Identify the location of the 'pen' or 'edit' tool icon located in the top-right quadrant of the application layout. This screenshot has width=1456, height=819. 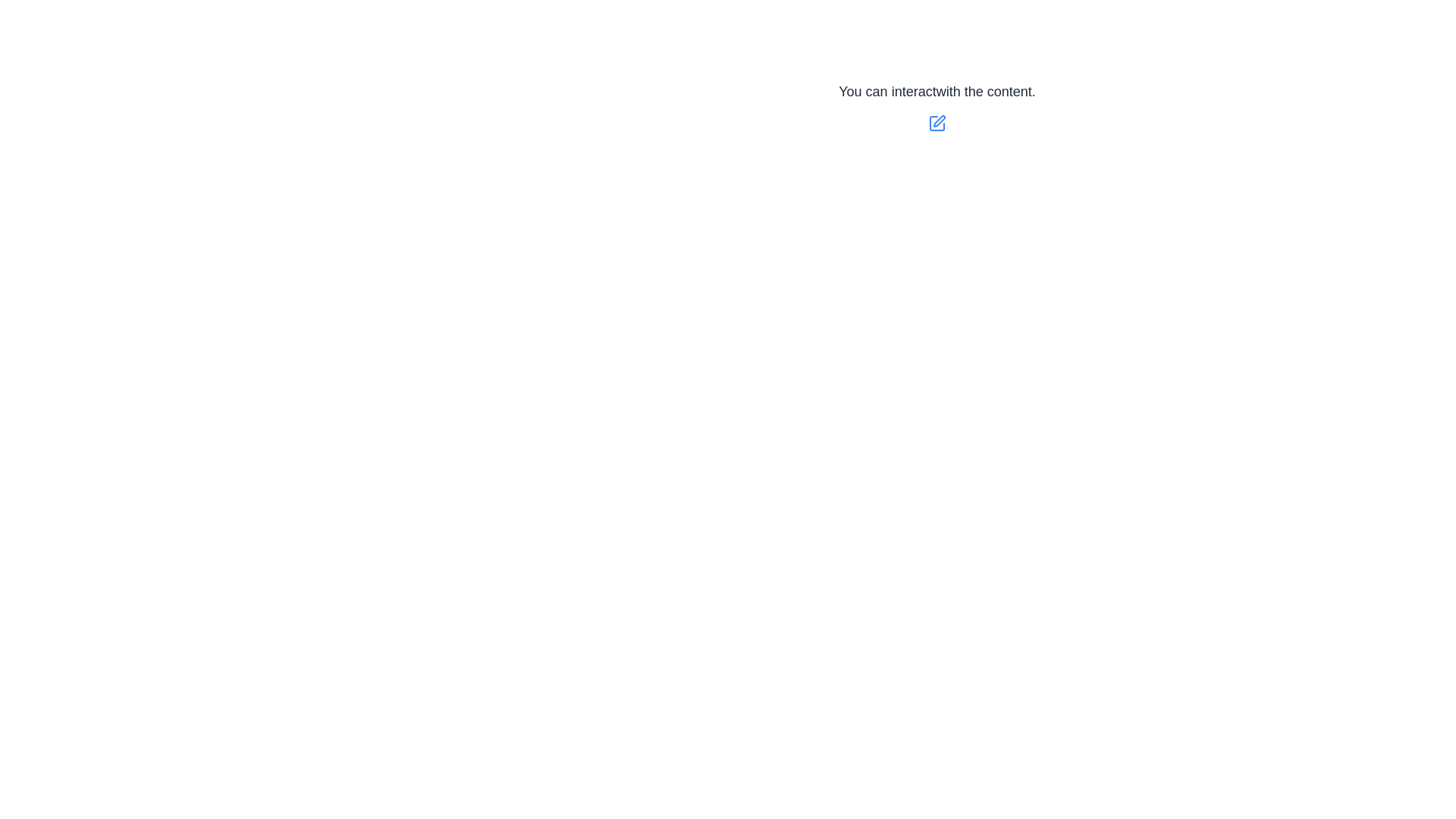
(937, 122).